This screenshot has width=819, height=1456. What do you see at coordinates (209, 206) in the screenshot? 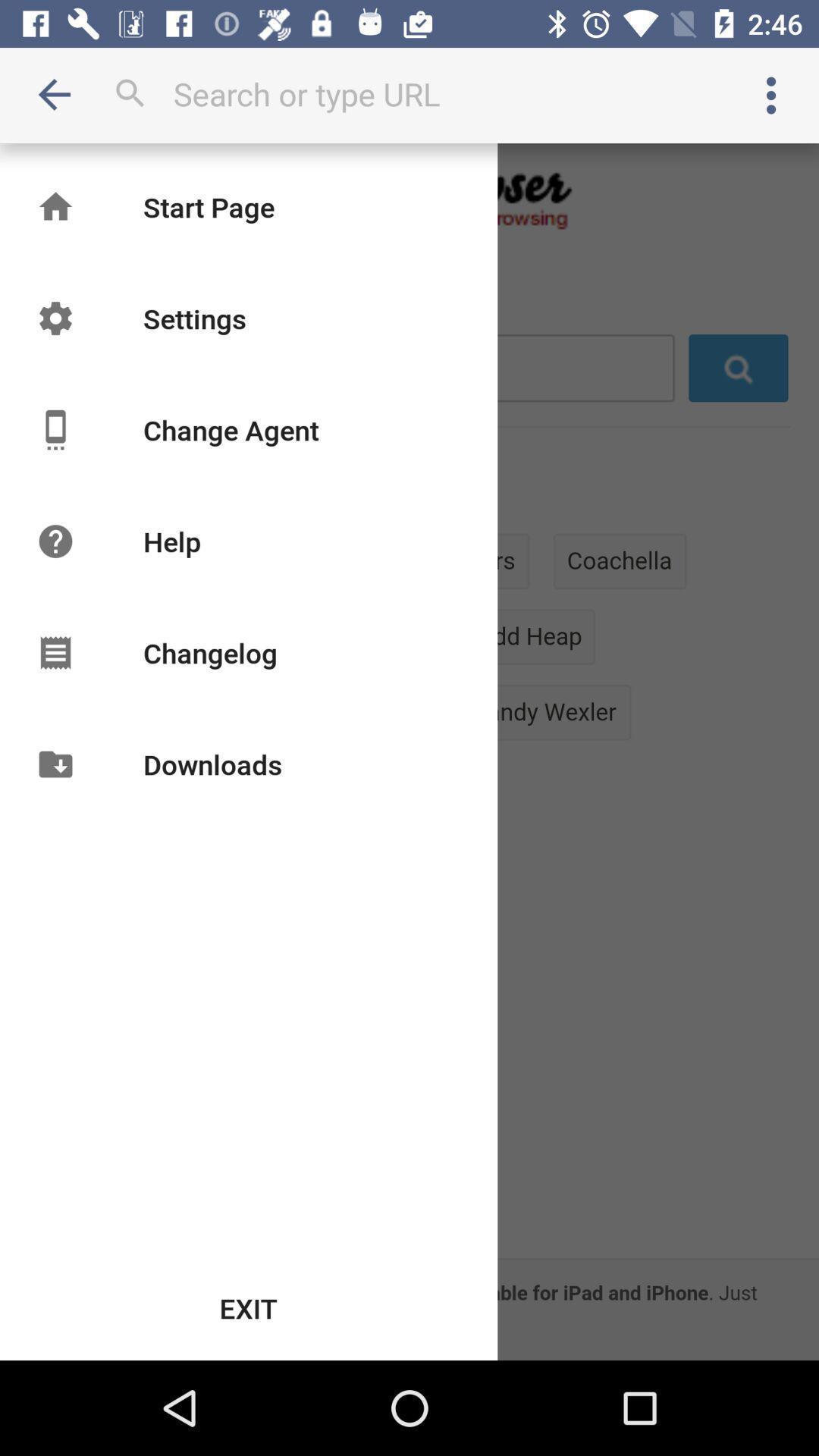
I see `start page icon` at bounding box center [209, 206].